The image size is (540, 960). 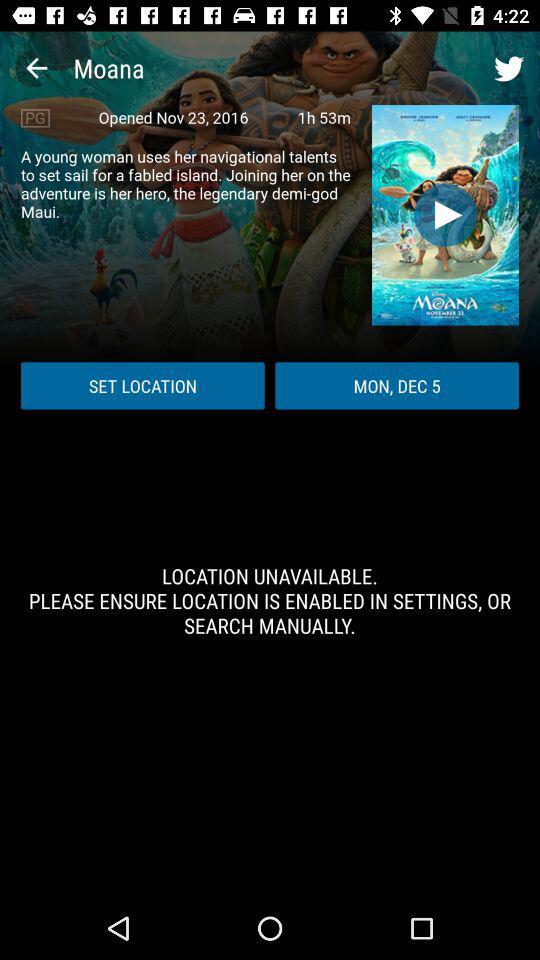 What do you see at coordinates (141, 384) in the screenshot?
I see `item below a young woman icon` at bounding box center [141, 384].